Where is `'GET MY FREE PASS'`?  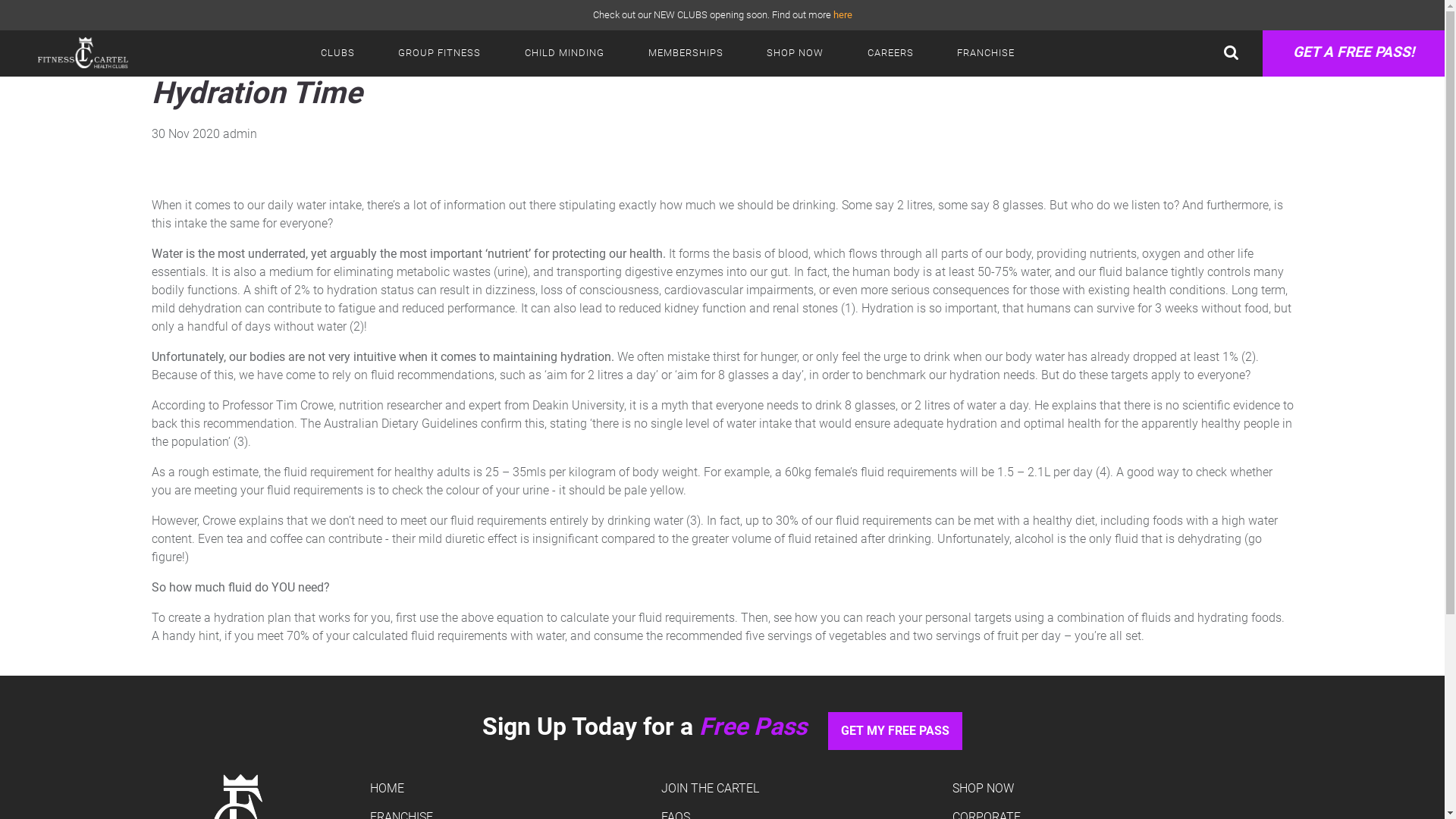
'GET MY FREE PASS' is located at coordinates (895, 730).